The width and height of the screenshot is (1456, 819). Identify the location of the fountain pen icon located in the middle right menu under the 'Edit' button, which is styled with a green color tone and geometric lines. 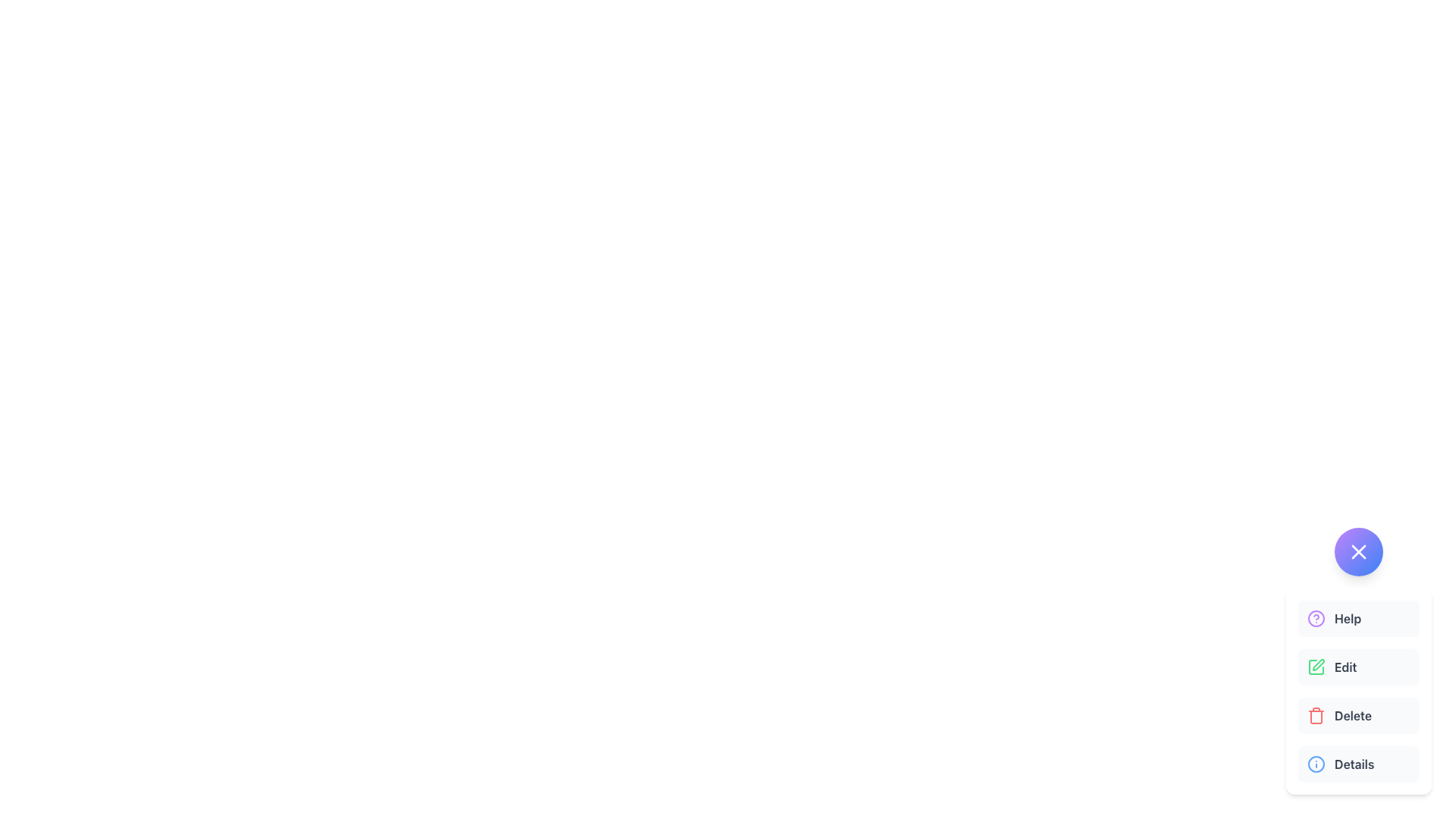
(1317, 664).